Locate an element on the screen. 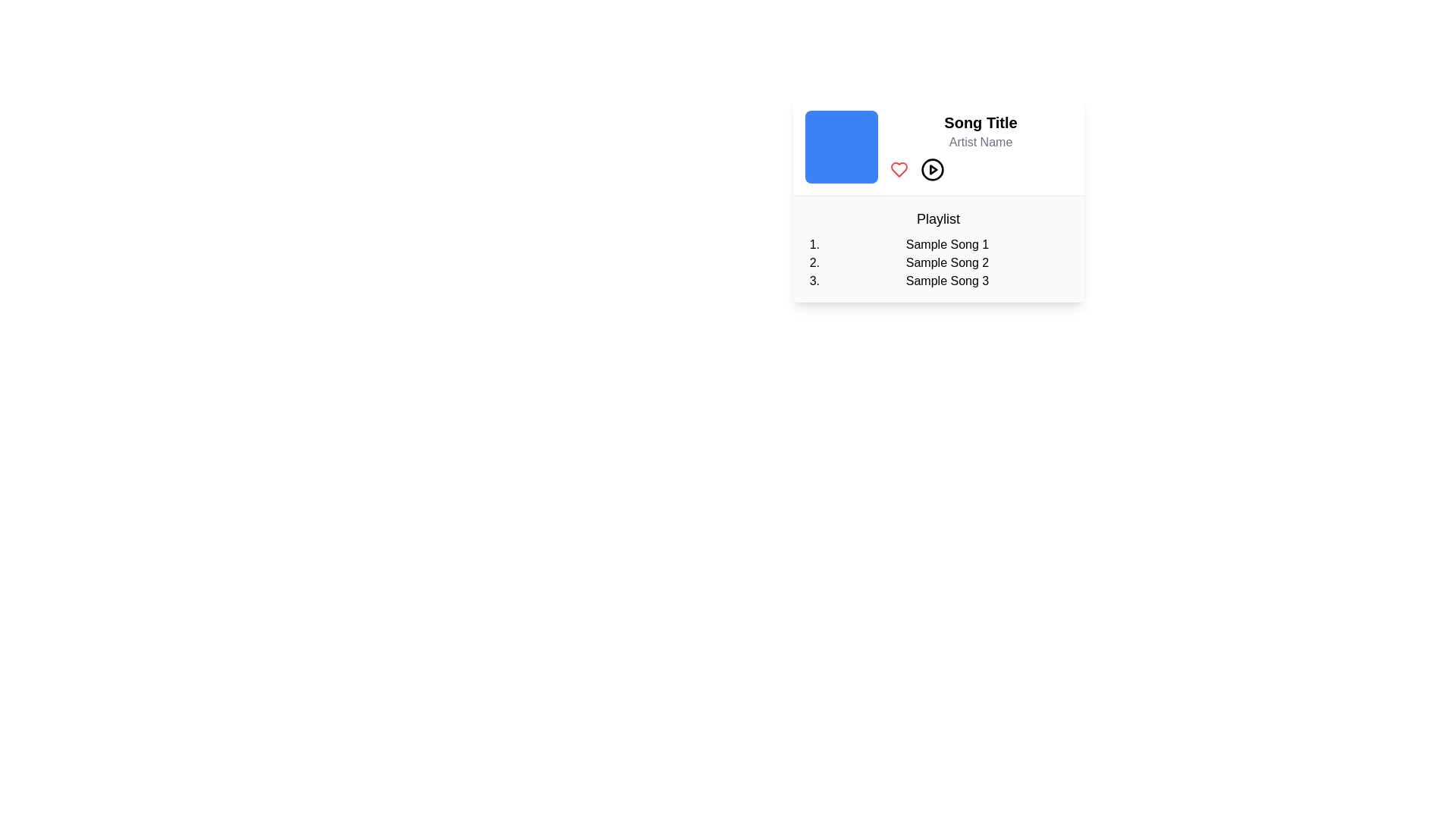 This screenshot has width=1456, height=819. the section containing the playlist header 'Playlist' and the list of songs 'Sample Song 1', 'Sample Song 2', and 'Sample Song 3' is located at coordinates (937, 248).